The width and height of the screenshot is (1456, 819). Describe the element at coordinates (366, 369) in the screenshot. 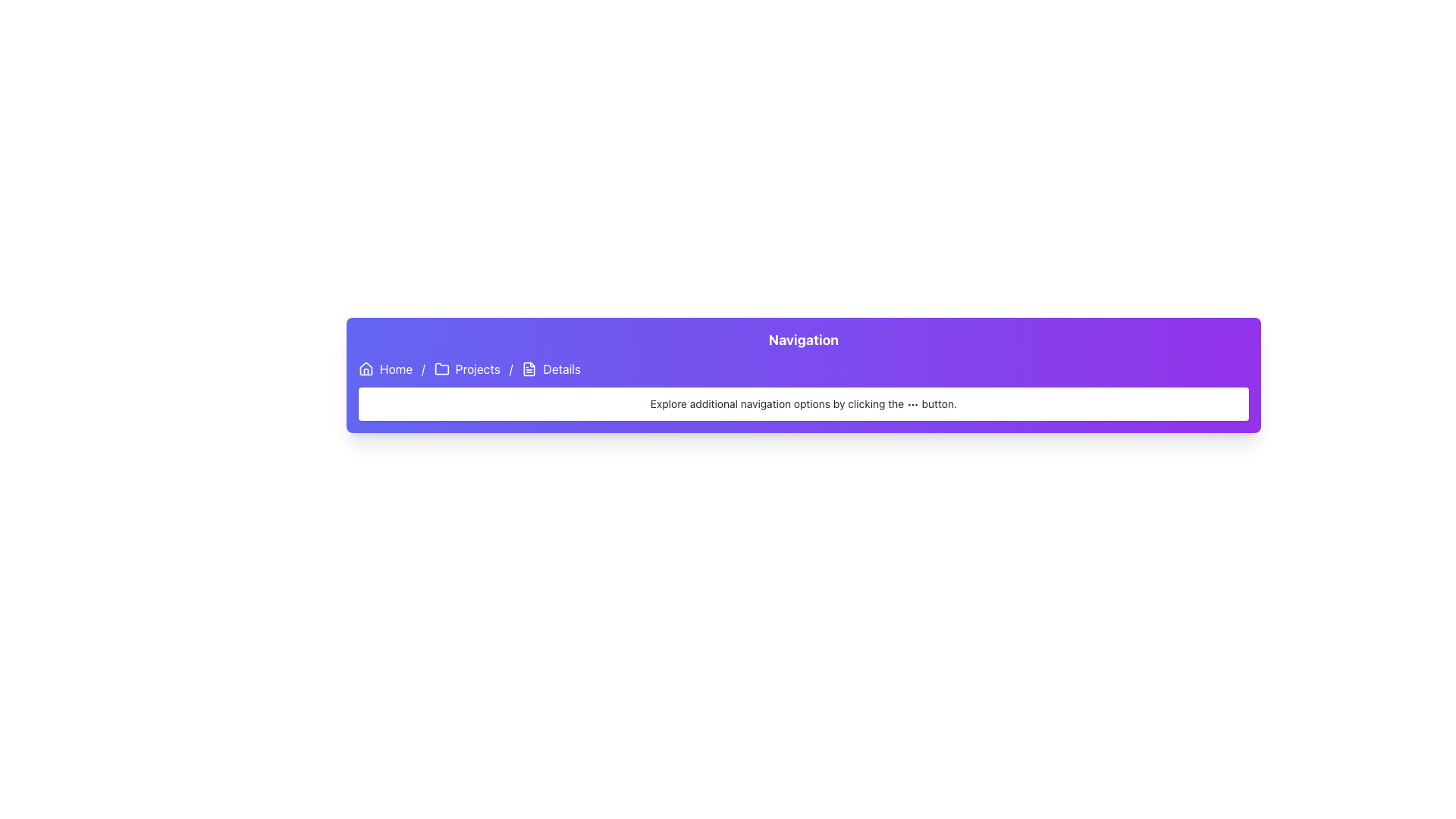

I see `the 'Home' icon in the breadcrumb navigation` at that location.